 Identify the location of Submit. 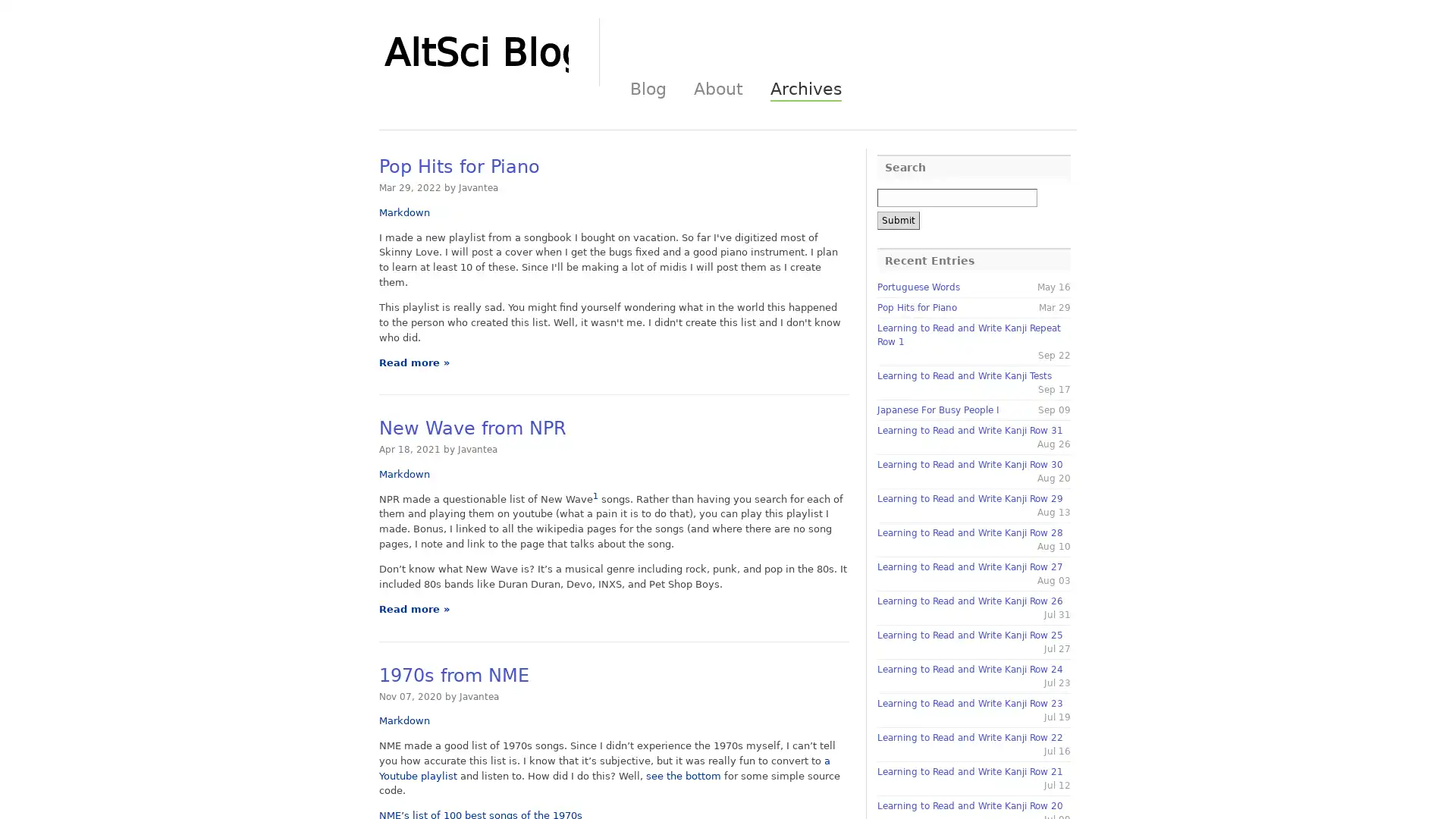
(899, 220).